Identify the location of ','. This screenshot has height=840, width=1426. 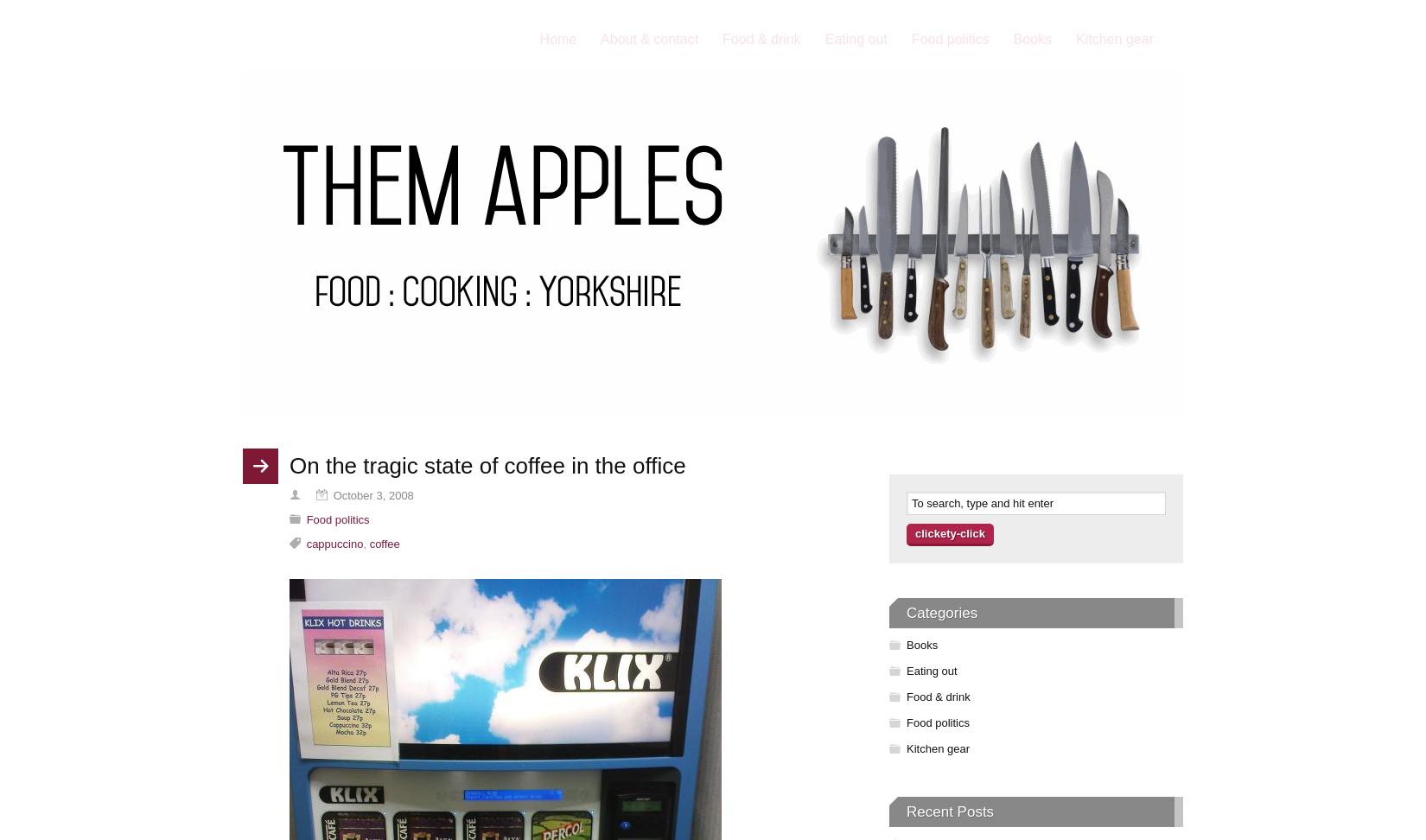
(365, 544).